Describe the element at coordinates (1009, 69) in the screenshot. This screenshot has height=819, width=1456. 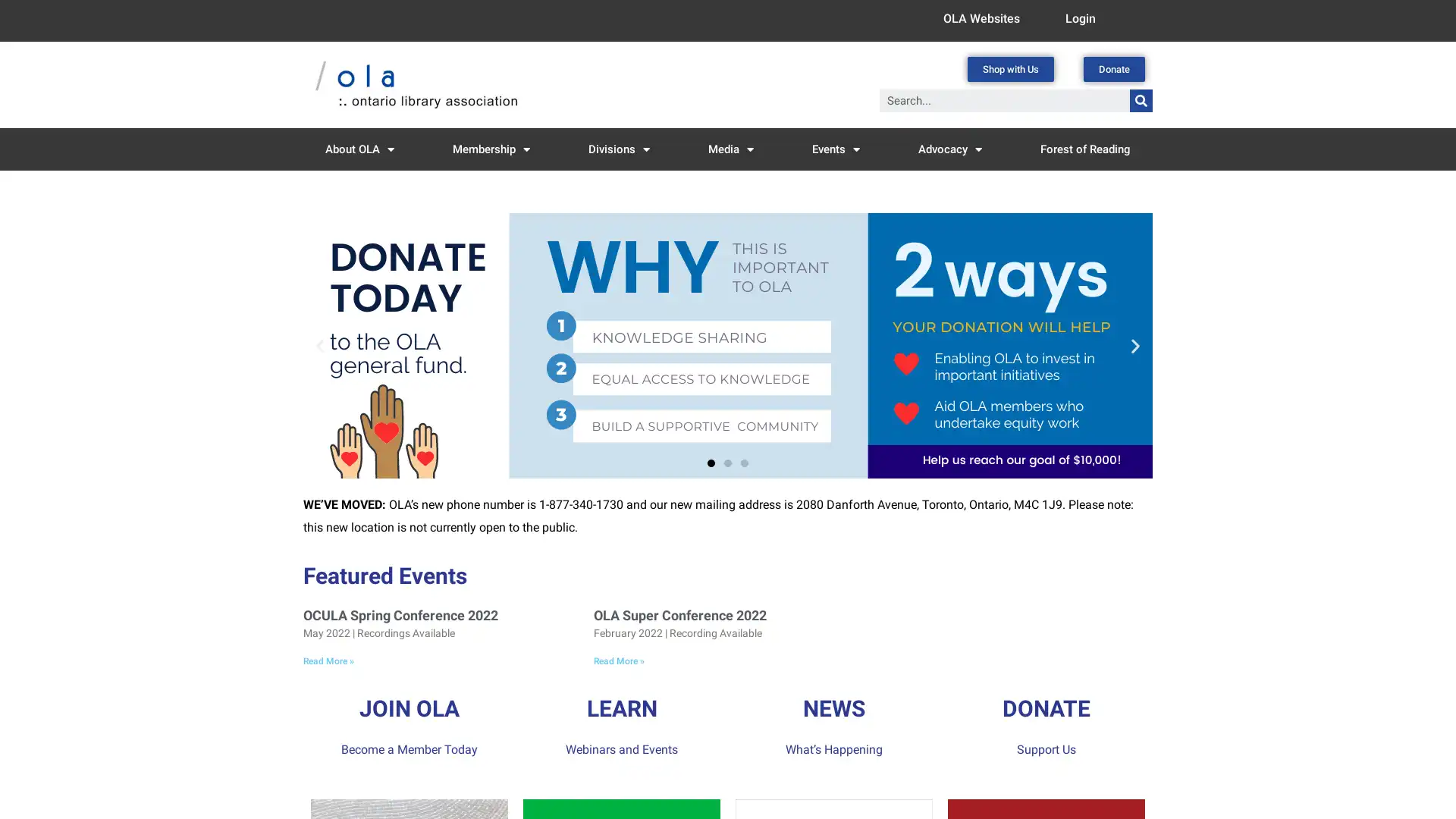
I see `Shop with Us` at that location.